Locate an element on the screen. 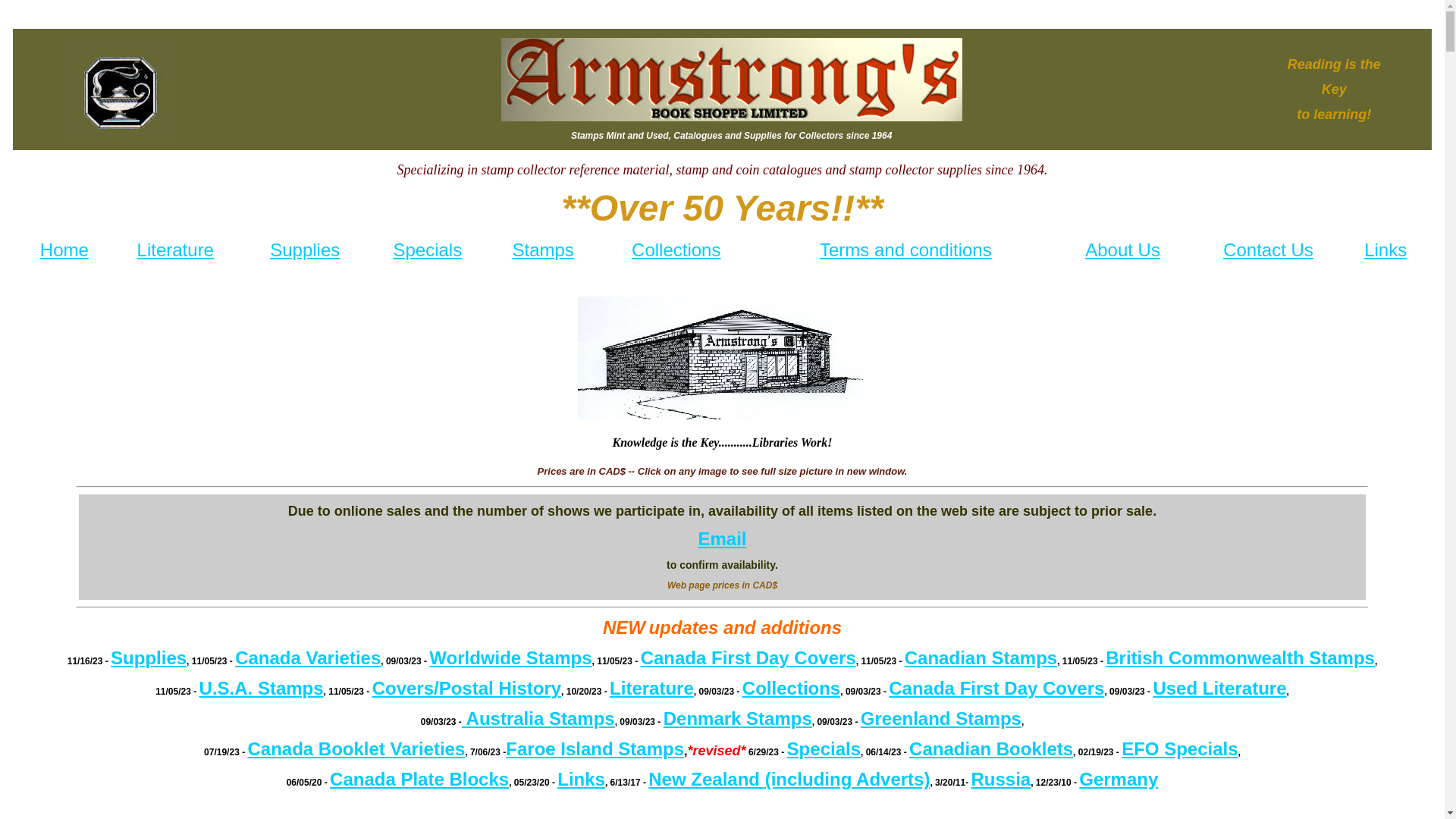 This screenshot has height=819, width=1456. 'Covers/Postal History' is located at coordinates (466, 688).